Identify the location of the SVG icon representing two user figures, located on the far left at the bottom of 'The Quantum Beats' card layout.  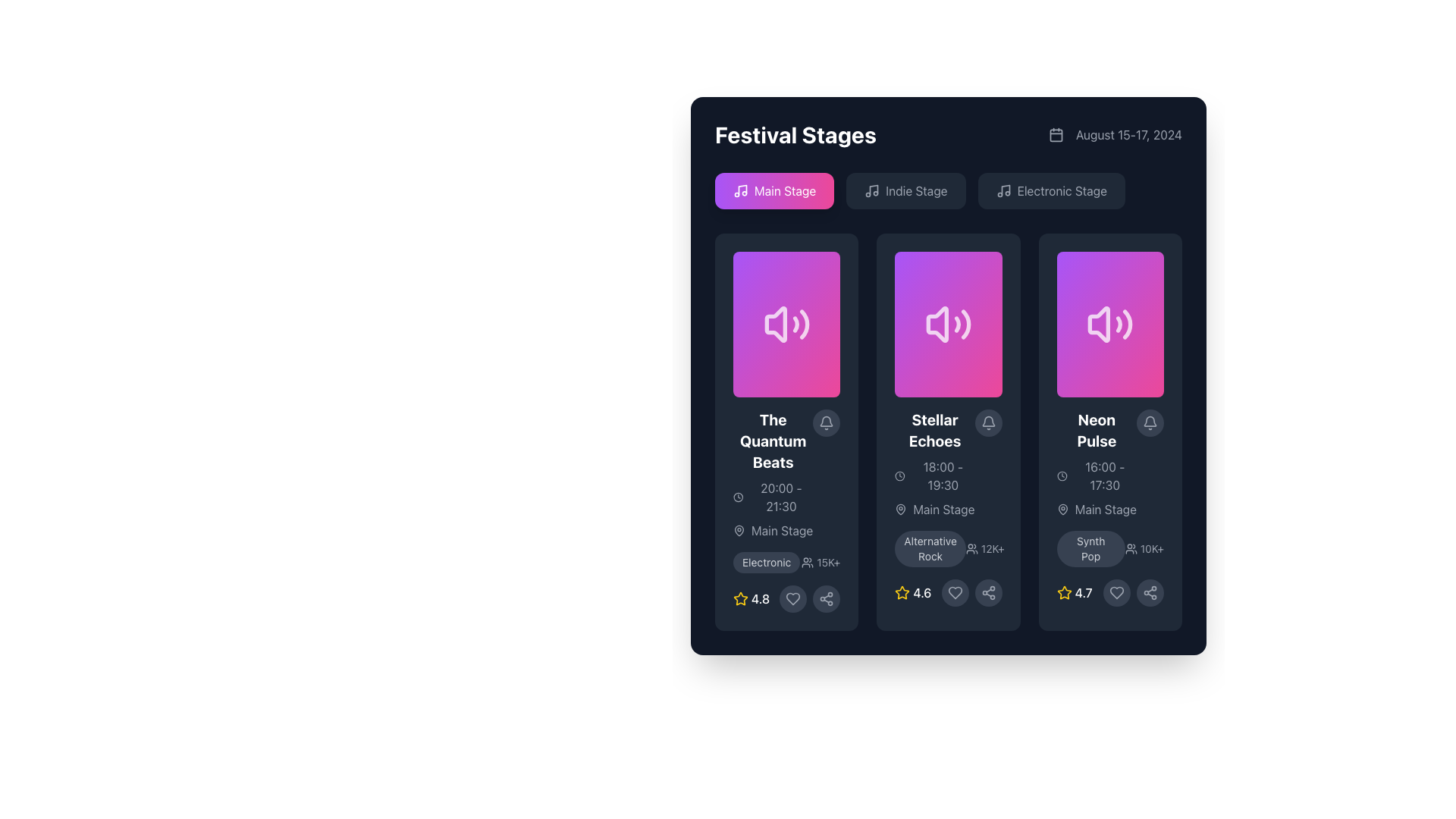
(807, 562).